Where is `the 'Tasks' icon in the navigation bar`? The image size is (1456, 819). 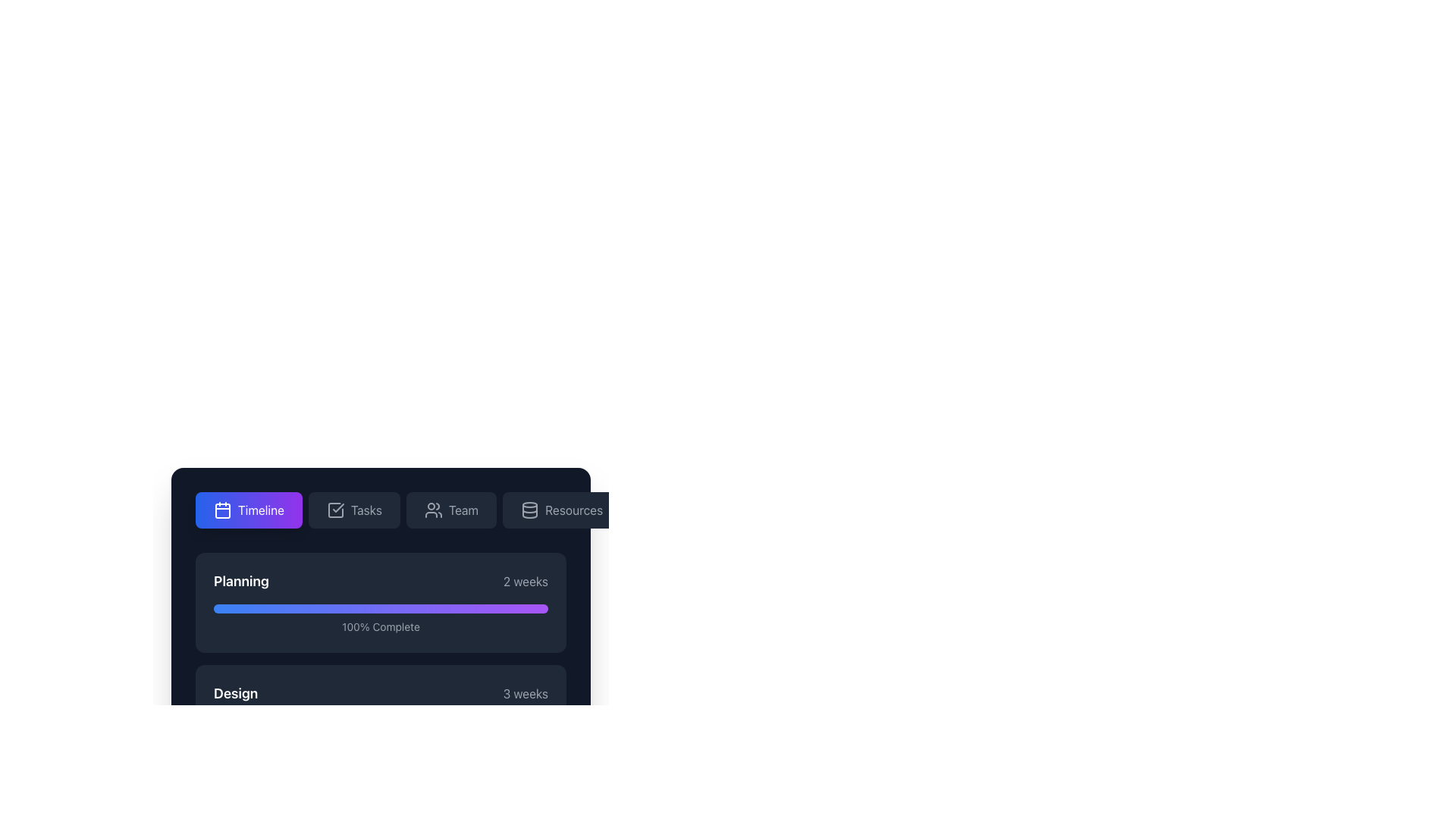
the 'Tasks' icon in the navigation bar is located at coordinates (334, 510).